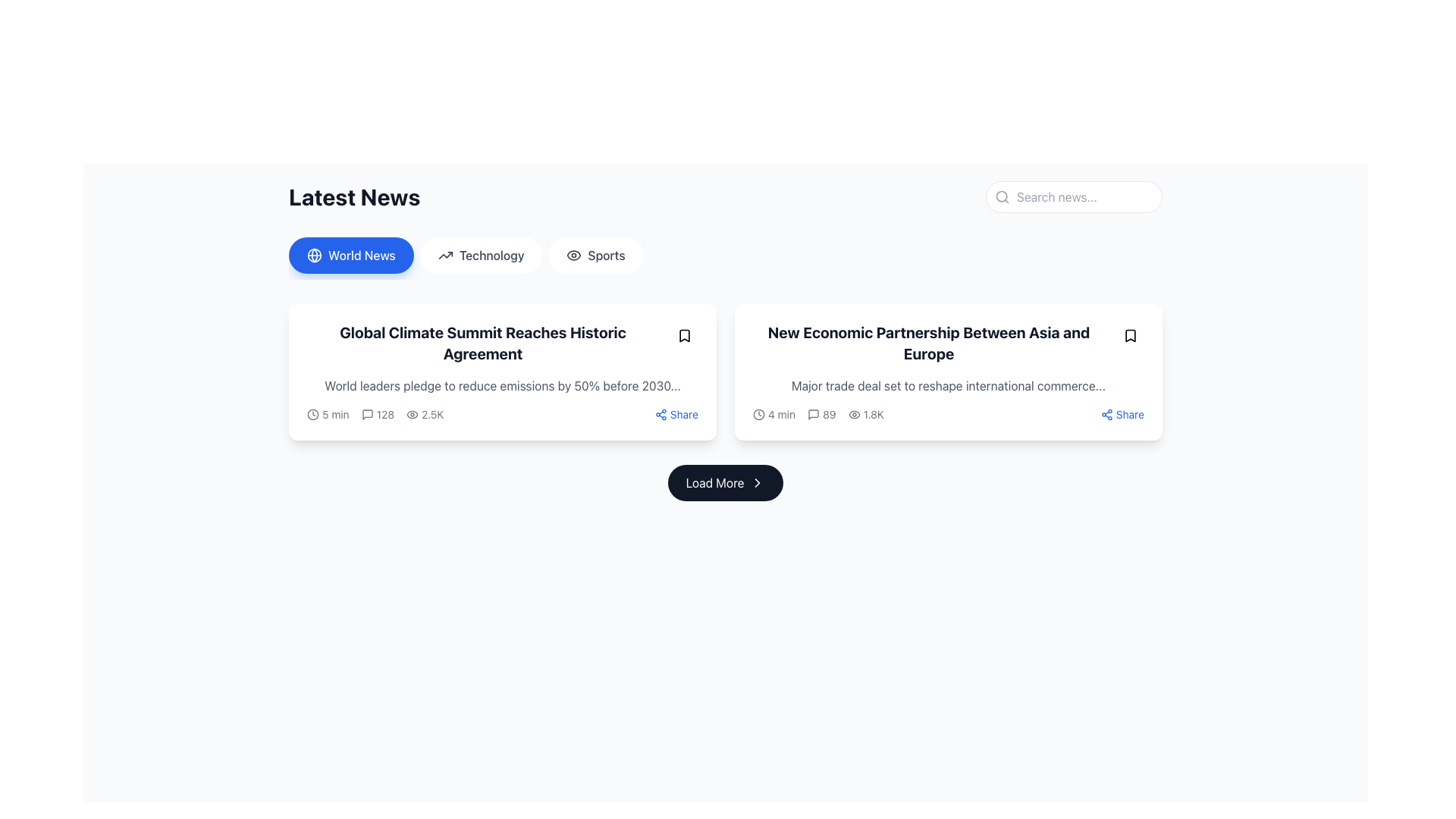  What do you see at coordinates (813, 415) in the screenshot?
I see `the SVG icon representing a speech bubble for comments or messages, located below the headline and content of the card in the 'Latest News' section` at bounding box center [813, 415].